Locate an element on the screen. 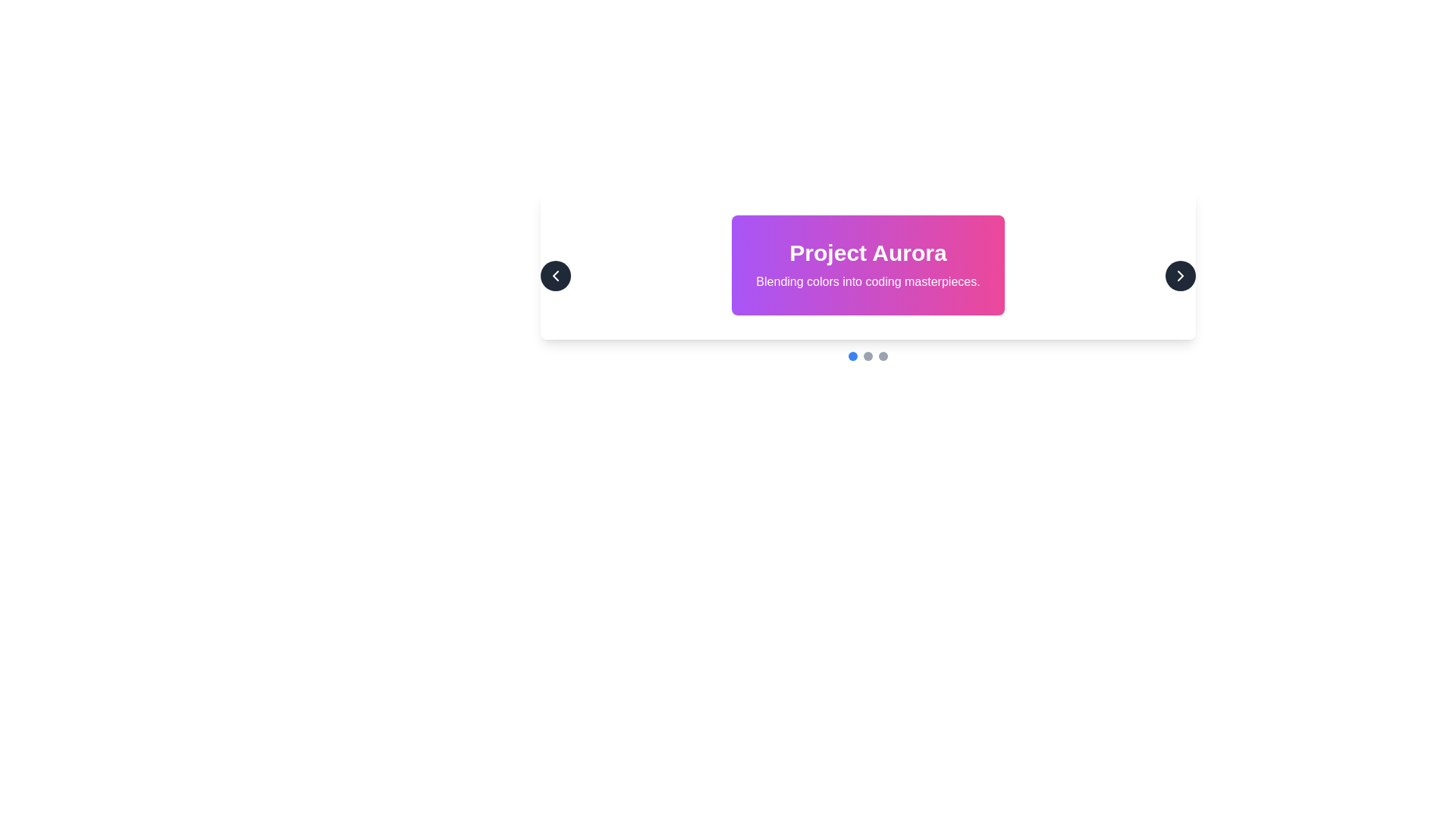 This screenshot has height=819, width=1456. the circular button containing the right-pointing arrow icon to activate its hover effects is located at coordinates (1179, 275).